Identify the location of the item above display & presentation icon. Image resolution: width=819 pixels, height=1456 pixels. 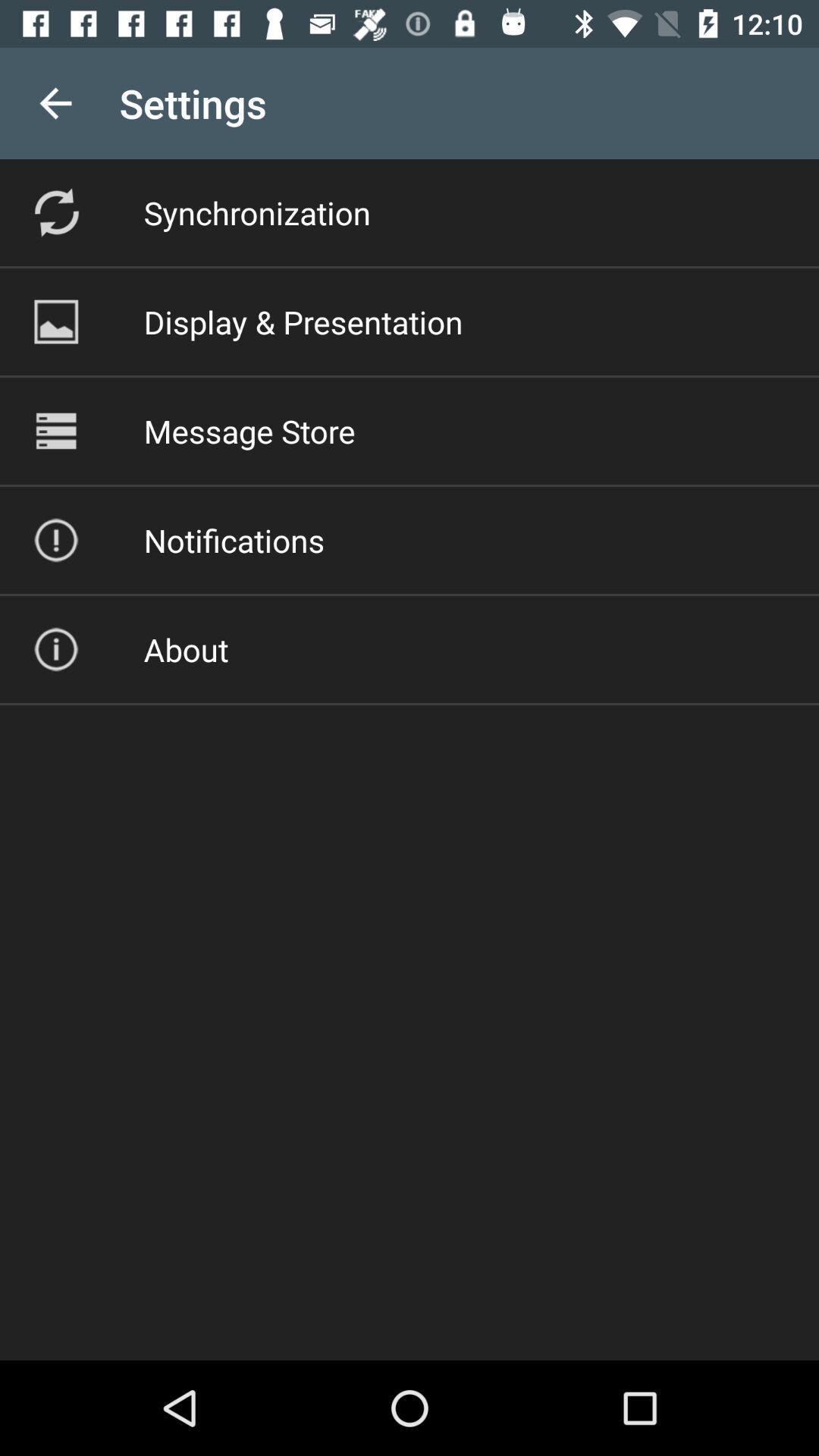
(256, 212).